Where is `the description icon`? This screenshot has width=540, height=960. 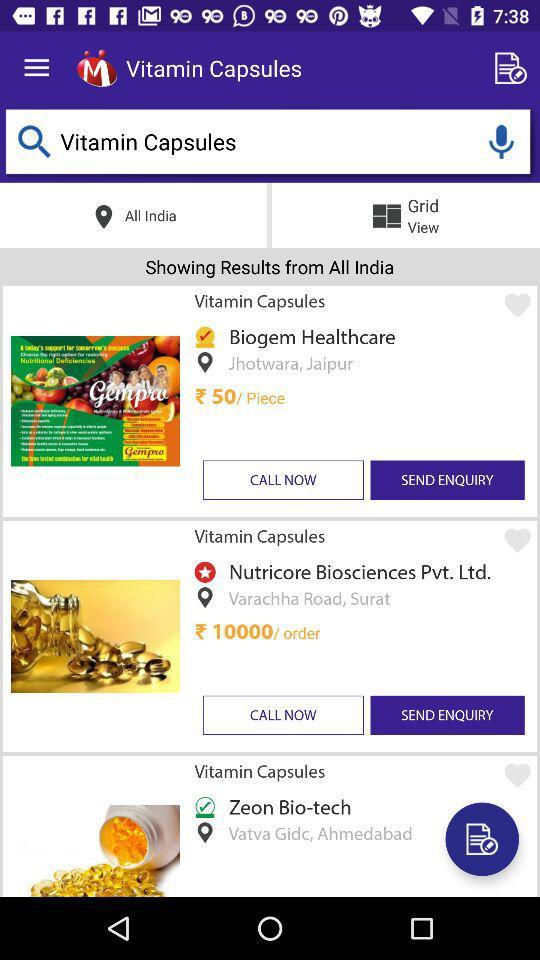 the description icon is located at coordinates (481, 839).